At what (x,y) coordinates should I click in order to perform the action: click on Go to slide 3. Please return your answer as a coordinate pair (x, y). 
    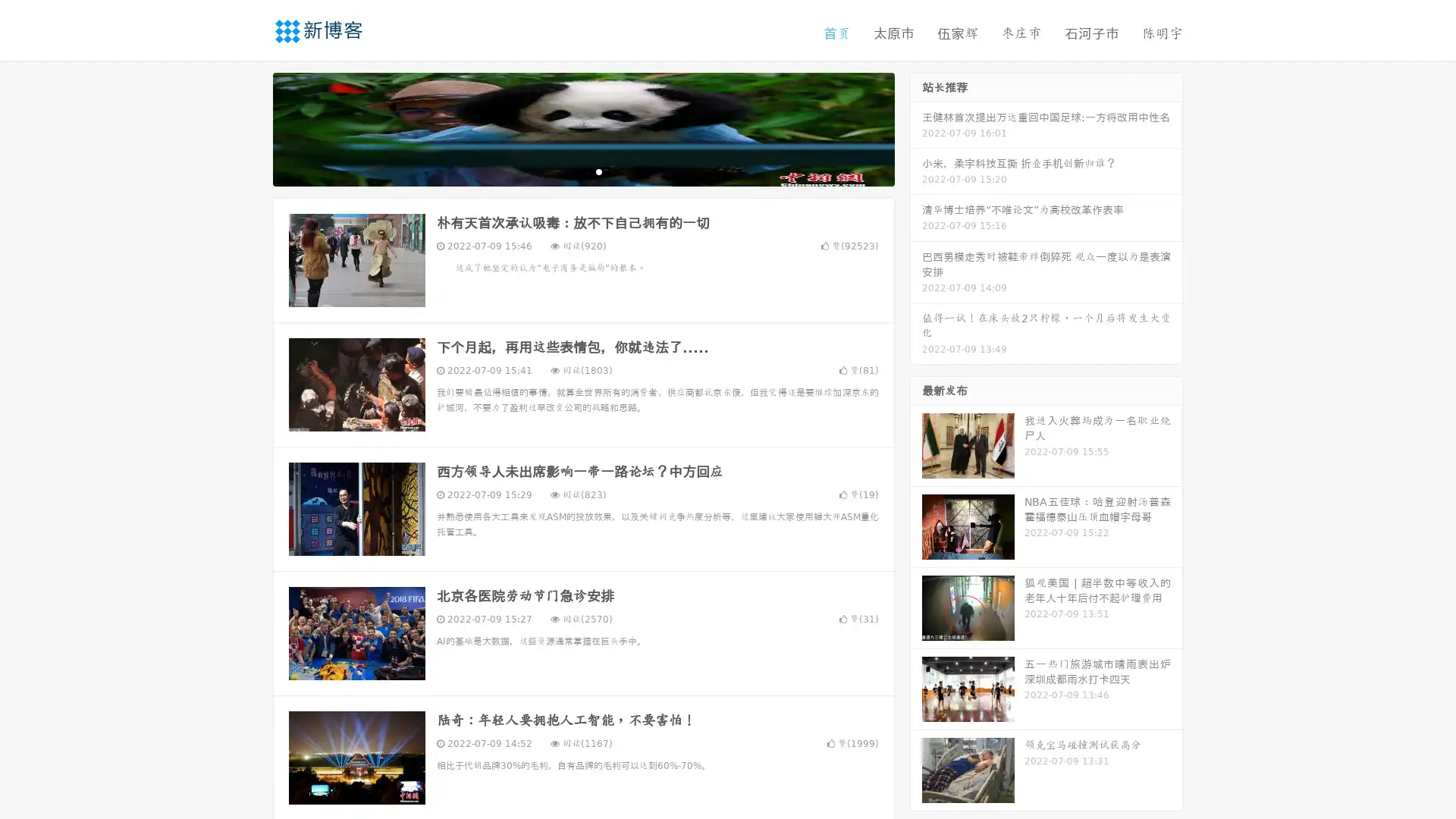
    Looking at the image, I should click on (598, 171).